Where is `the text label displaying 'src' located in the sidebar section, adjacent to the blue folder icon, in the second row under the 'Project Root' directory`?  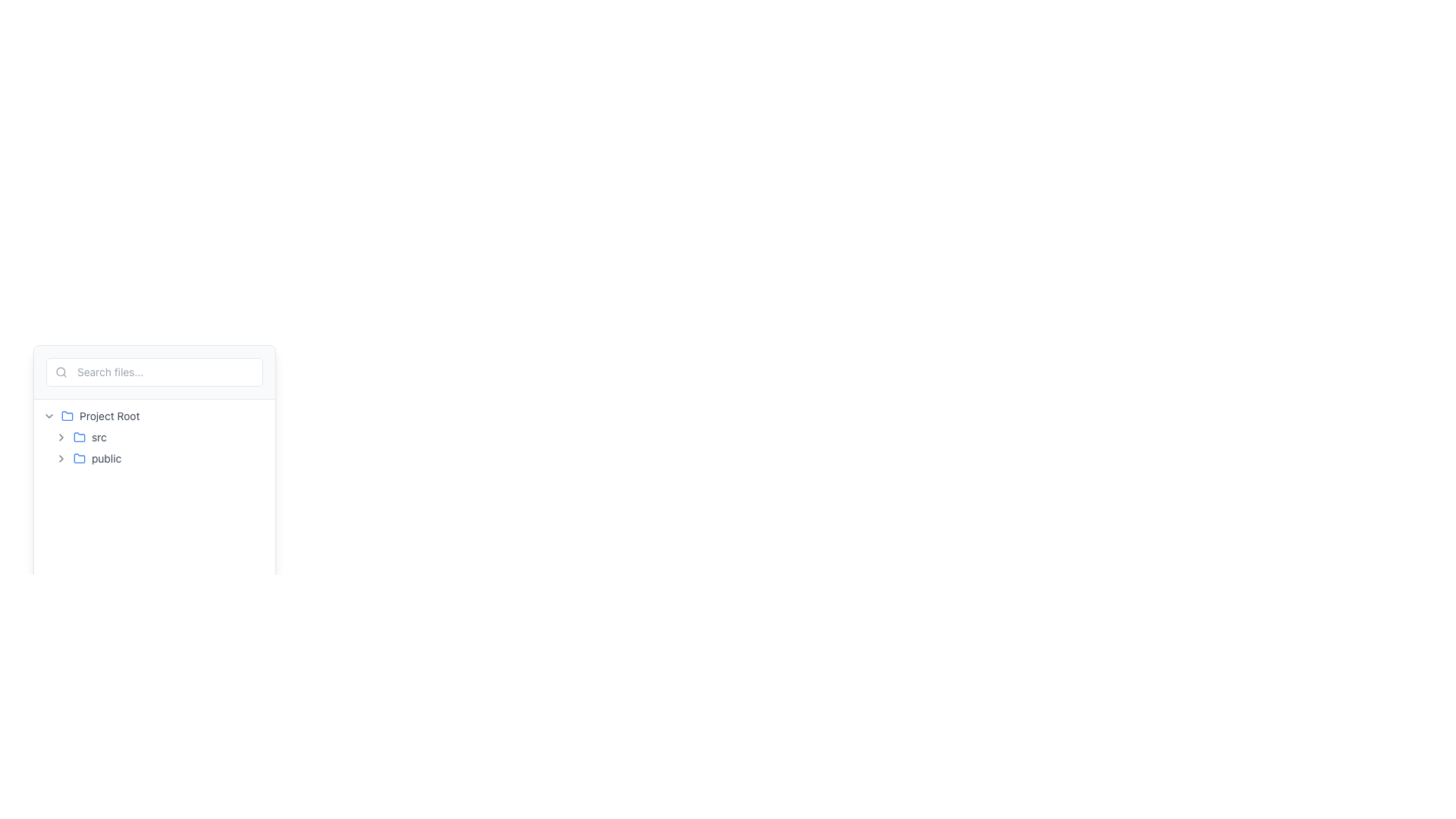
the text label displaying 'src' located in the sidebar section, adjacent to the blue folder icon, in the second row under the 'Project Root' directory is located at coordinates (80, 438).